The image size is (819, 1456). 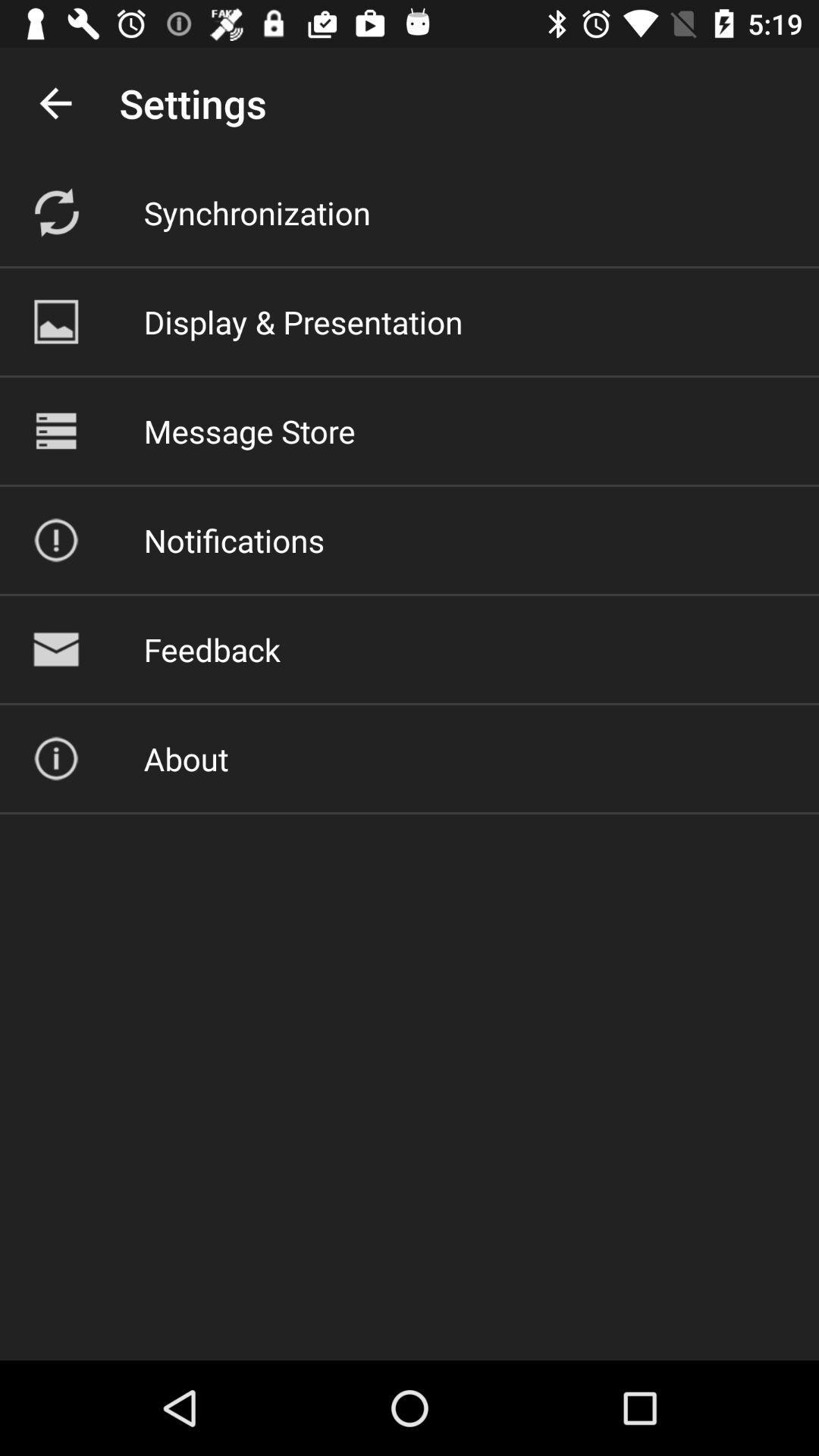 What do you see at coordinates (249, 430) in the screenshot?
I see `item above the notifications` at bounding box center [249, 430].